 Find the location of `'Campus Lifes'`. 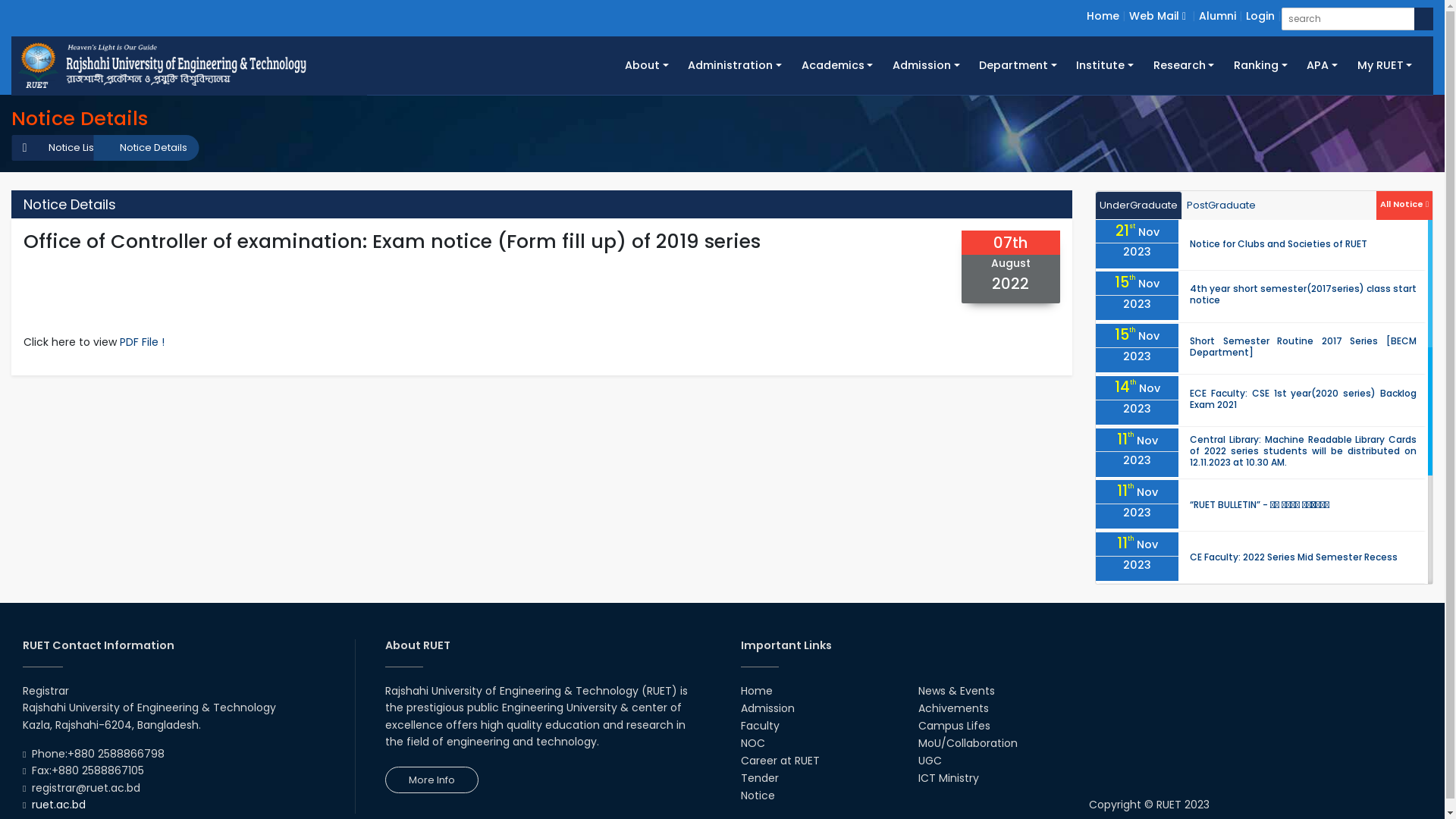

'Campus Lifes' is located at coordinates (953, 724).